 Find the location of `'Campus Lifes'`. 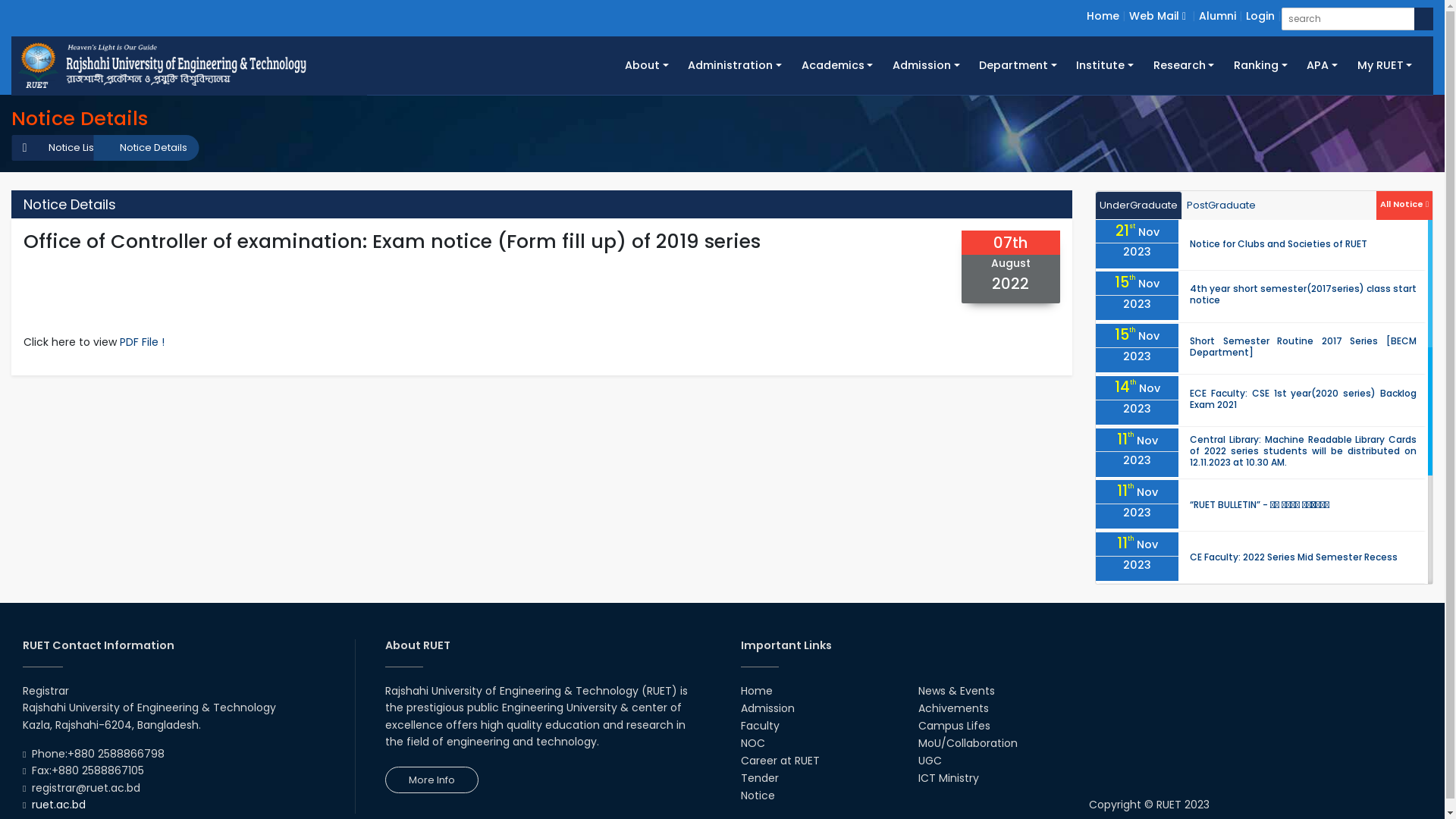

'Campus Lifes' is located at coordinates (953, 724).